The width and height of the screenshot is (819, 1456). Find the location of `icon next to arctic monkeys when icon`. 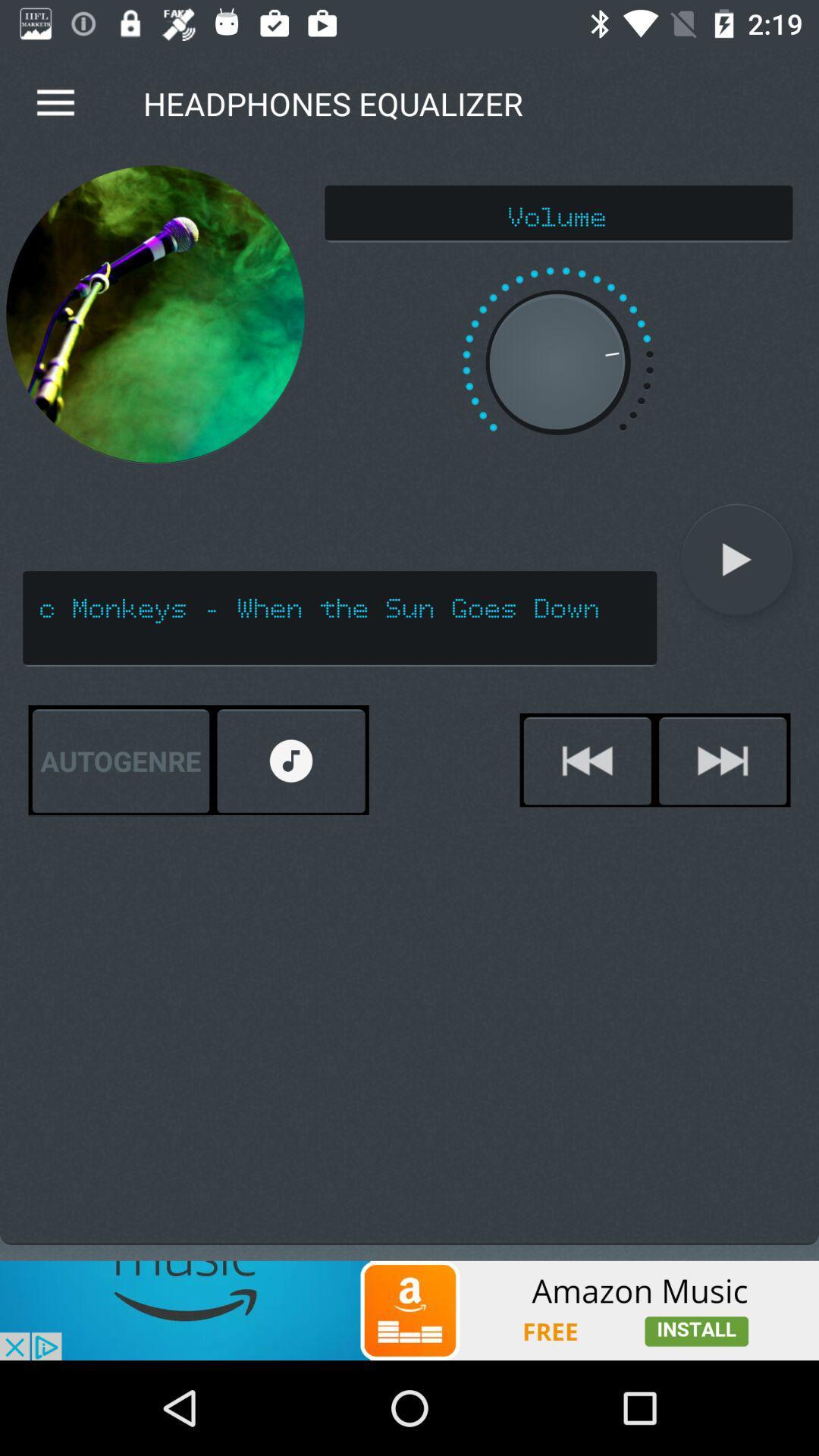

icon next to arctic monkeys when icon is located at coordinates (736, 559).